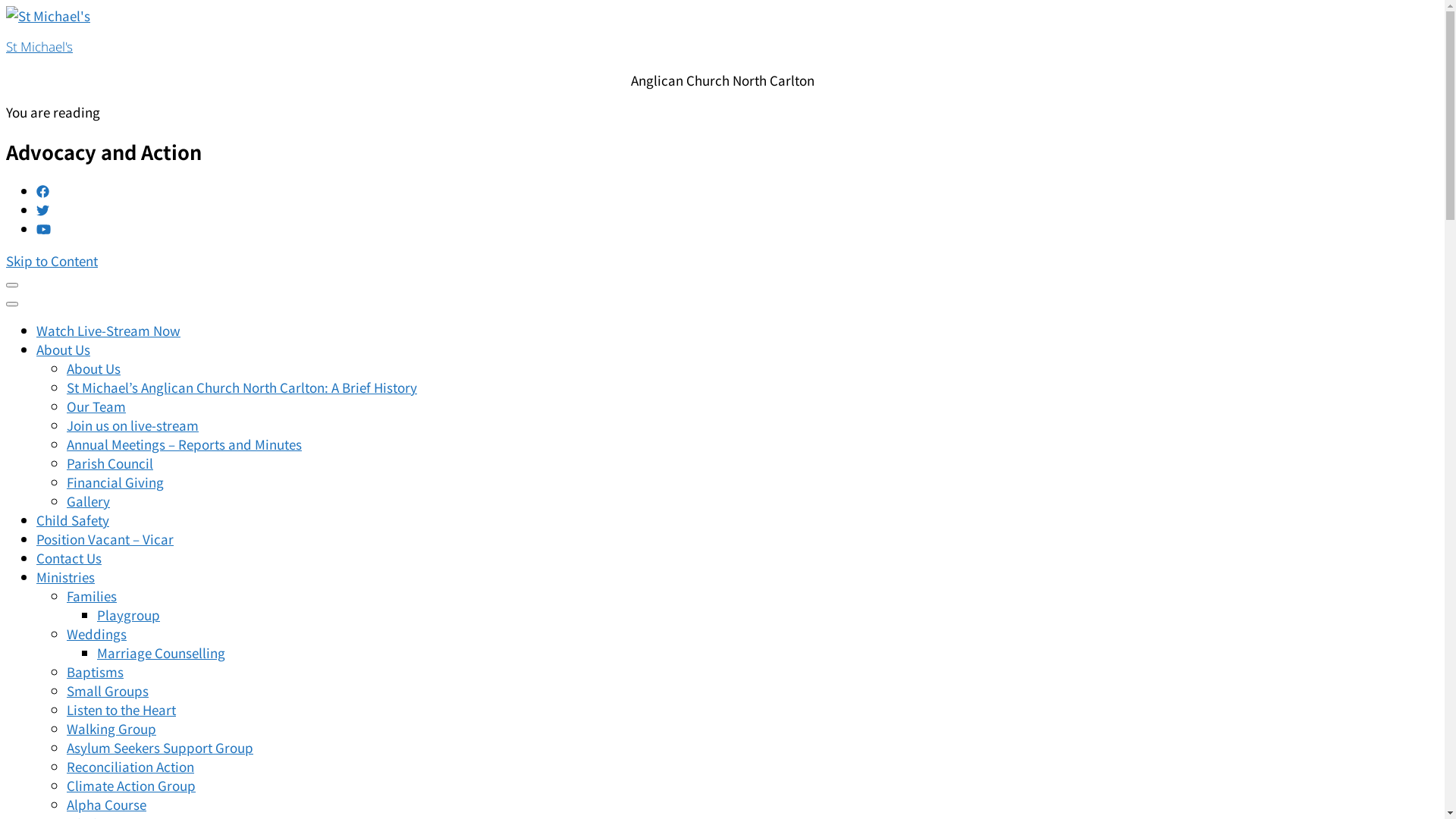  I want to click on 'Contact Us', so click(68, 557).